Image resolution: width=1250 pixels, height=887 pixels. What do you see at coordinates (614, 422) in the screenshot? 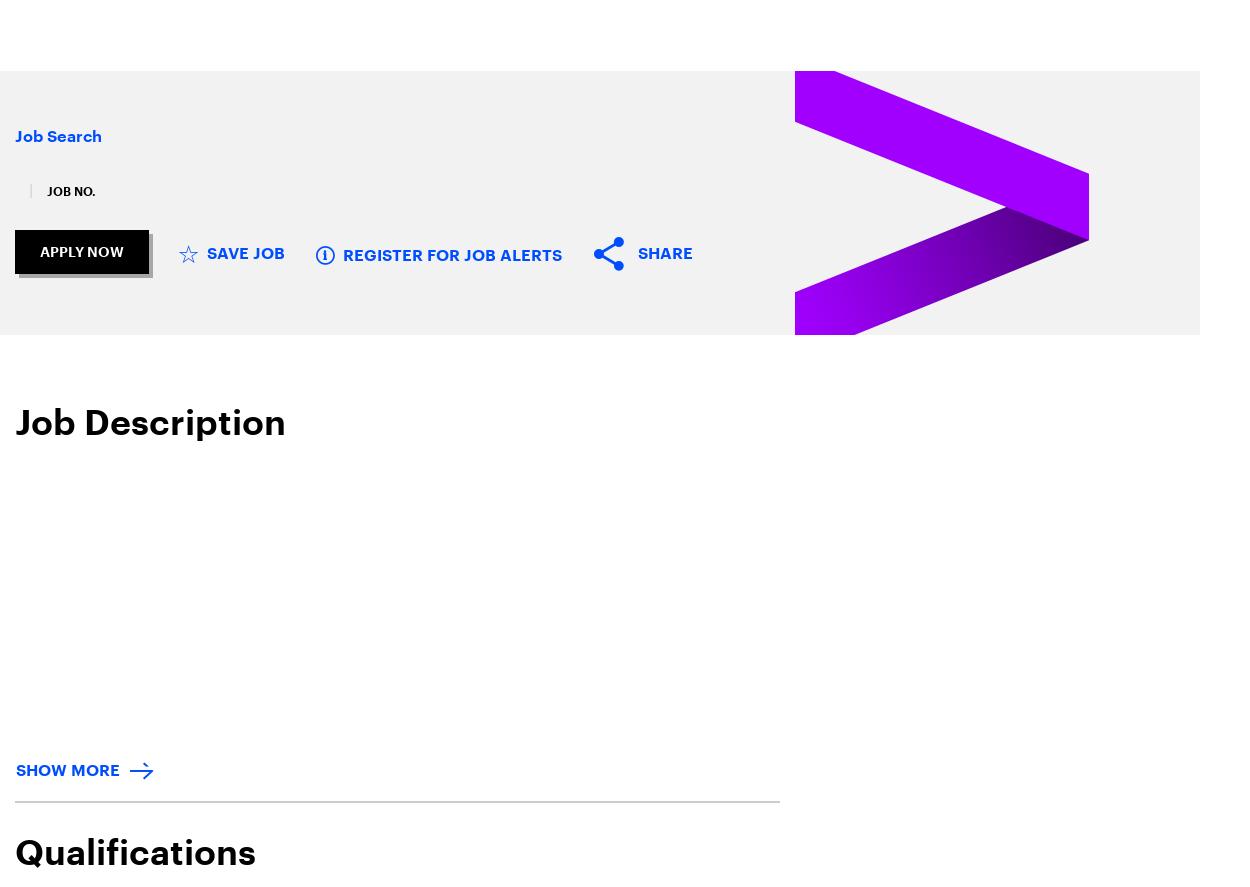
I see `'From entry-level to leadership, across all business and industry segments, get to know our people harnessing technology to make a difference, every day.'` at bounding box center [614, 422].